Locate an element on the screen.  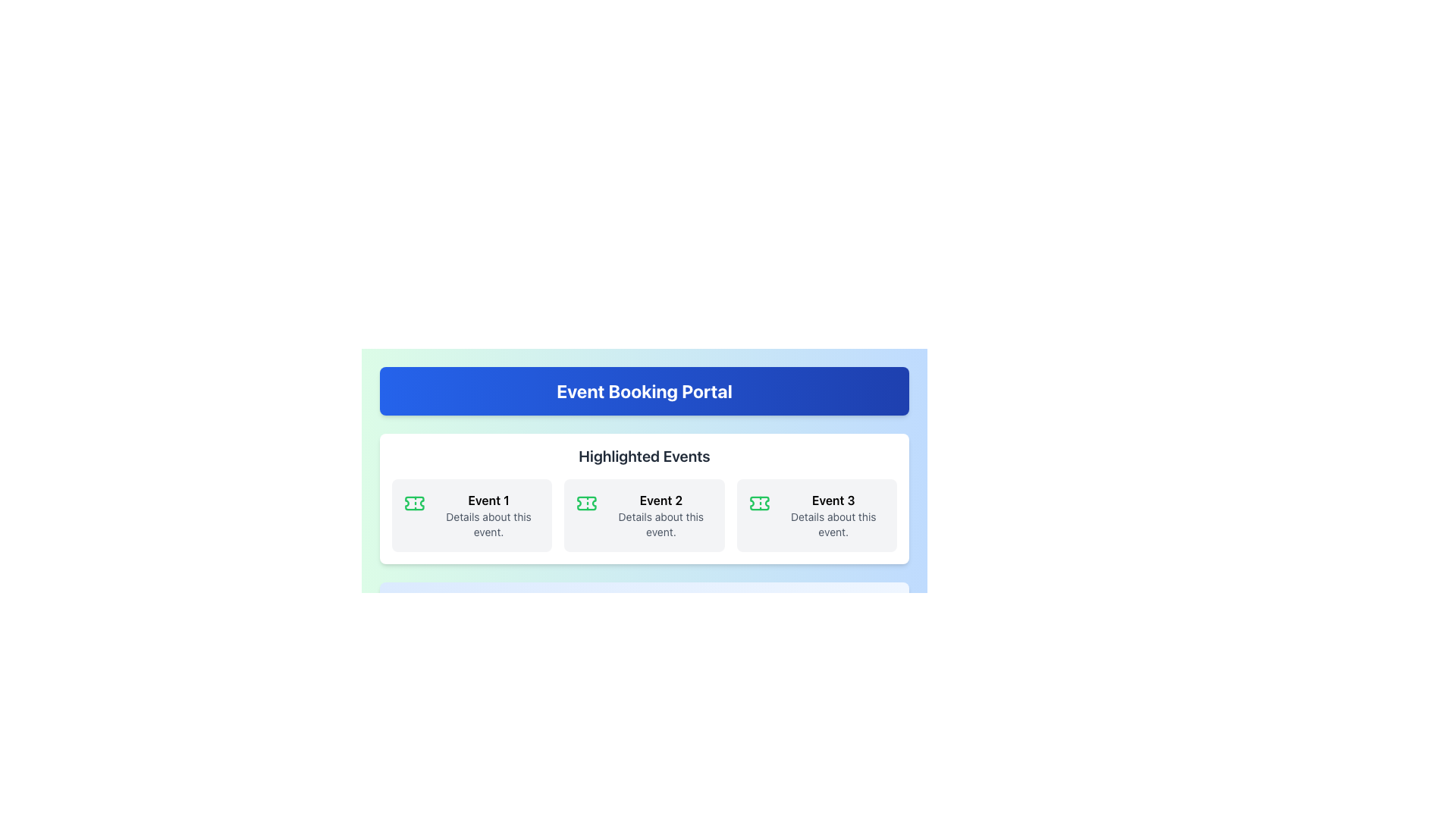
the graphical vector element that is a segment of the icon located near the label 'Event 1', part of a green ticket-like graphic is located at coordinates (414, 503).